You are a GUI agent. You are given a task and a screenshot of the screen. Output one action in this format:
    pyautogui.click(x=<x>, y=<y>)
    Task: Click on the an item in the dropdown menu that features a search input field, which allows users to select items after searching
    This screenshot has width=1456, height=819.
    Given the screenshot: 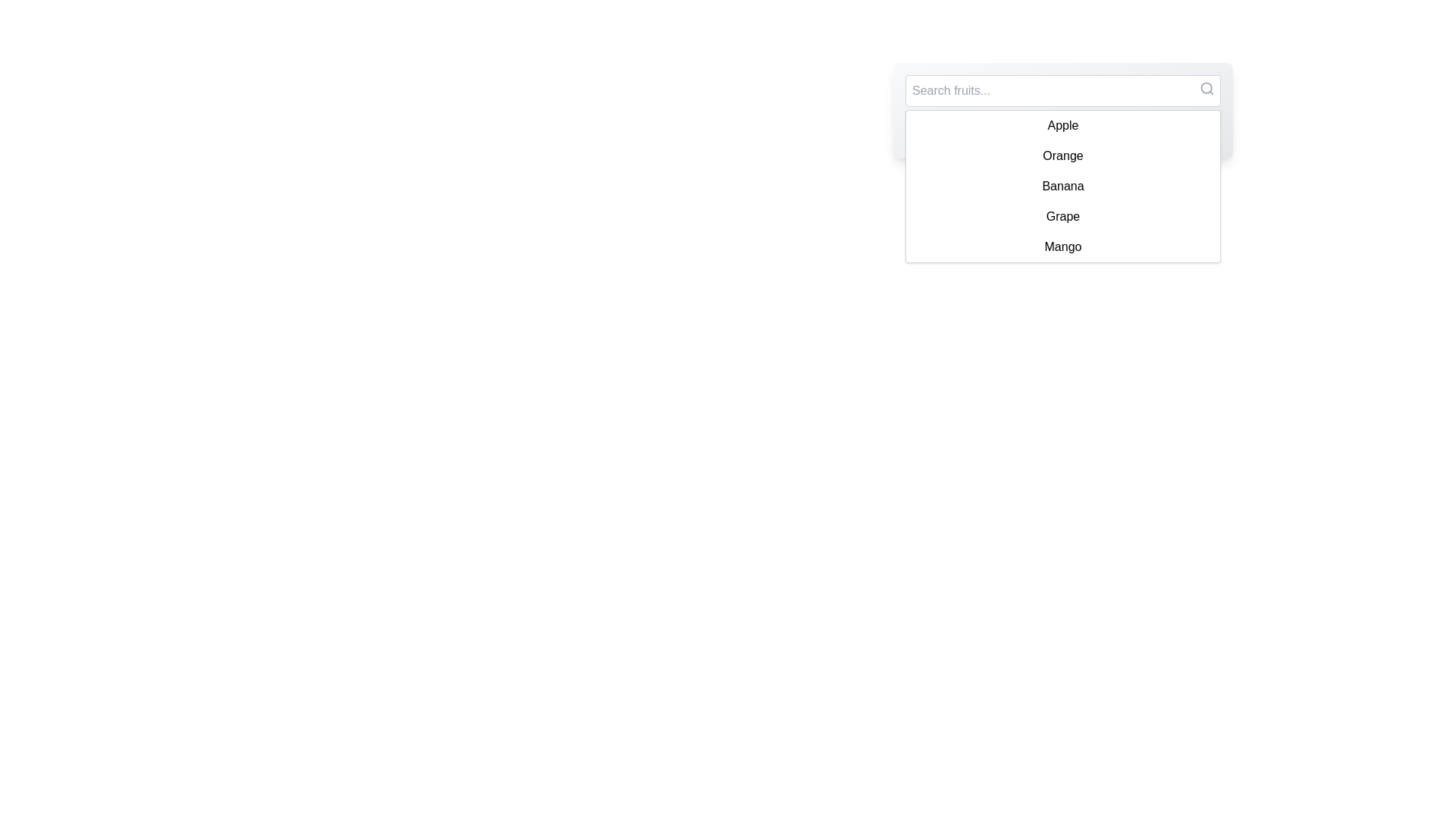 What is the action you would take?
    pyautogui.click(x=1062, y=110)
    